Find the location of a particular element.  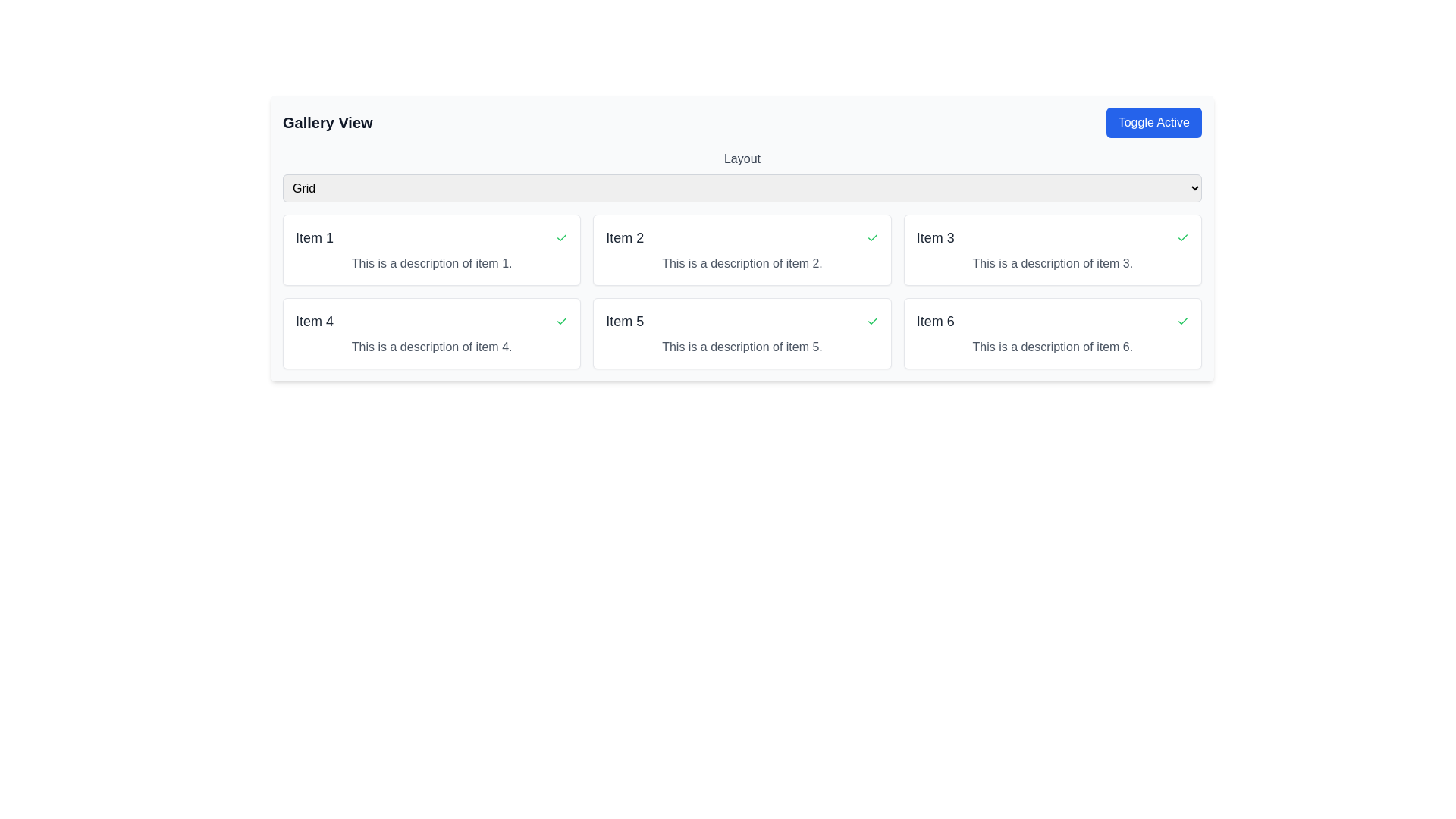

the text label element displaying 'Item 4' in bold, dark gray font, which serves as a header for the section under 'Gallery View' is located at coordinates (314, 321).